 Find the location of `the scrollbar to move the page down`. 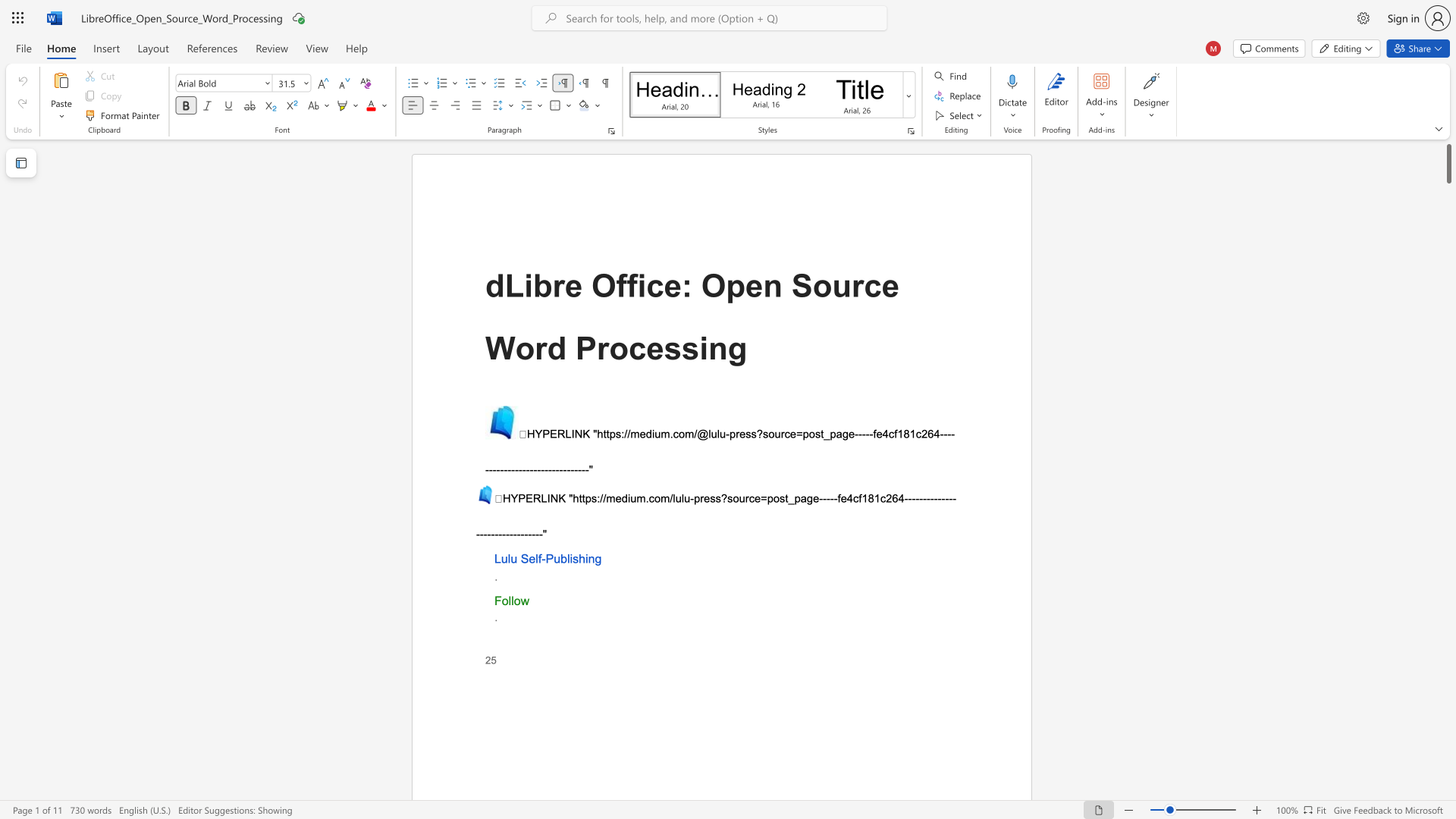

the scrollbar to move the page down is located at coordinates (1448, 553).